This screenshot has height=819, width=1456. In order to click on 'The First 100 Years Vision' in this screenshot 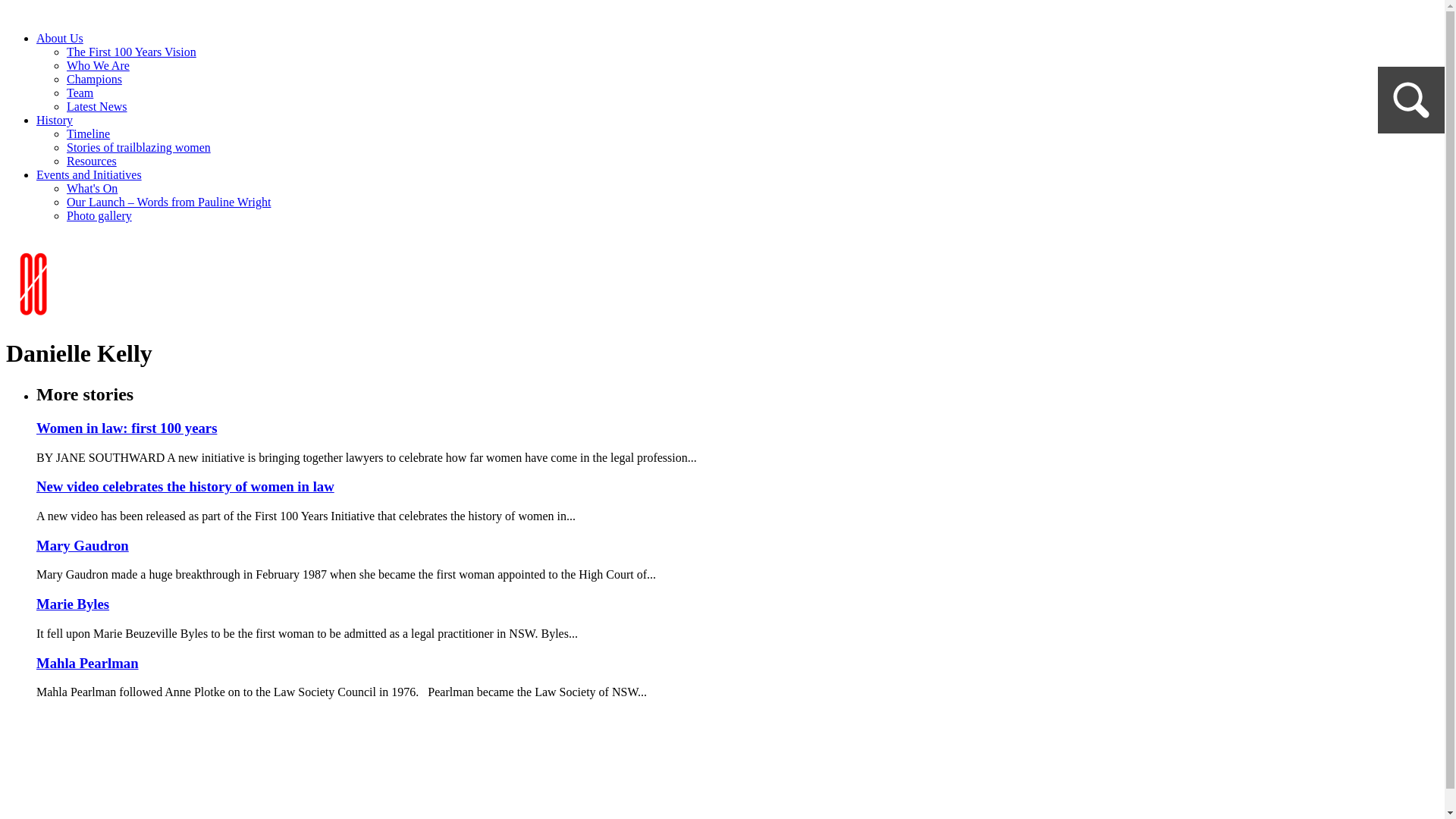, I will do `click(131, 51)`.